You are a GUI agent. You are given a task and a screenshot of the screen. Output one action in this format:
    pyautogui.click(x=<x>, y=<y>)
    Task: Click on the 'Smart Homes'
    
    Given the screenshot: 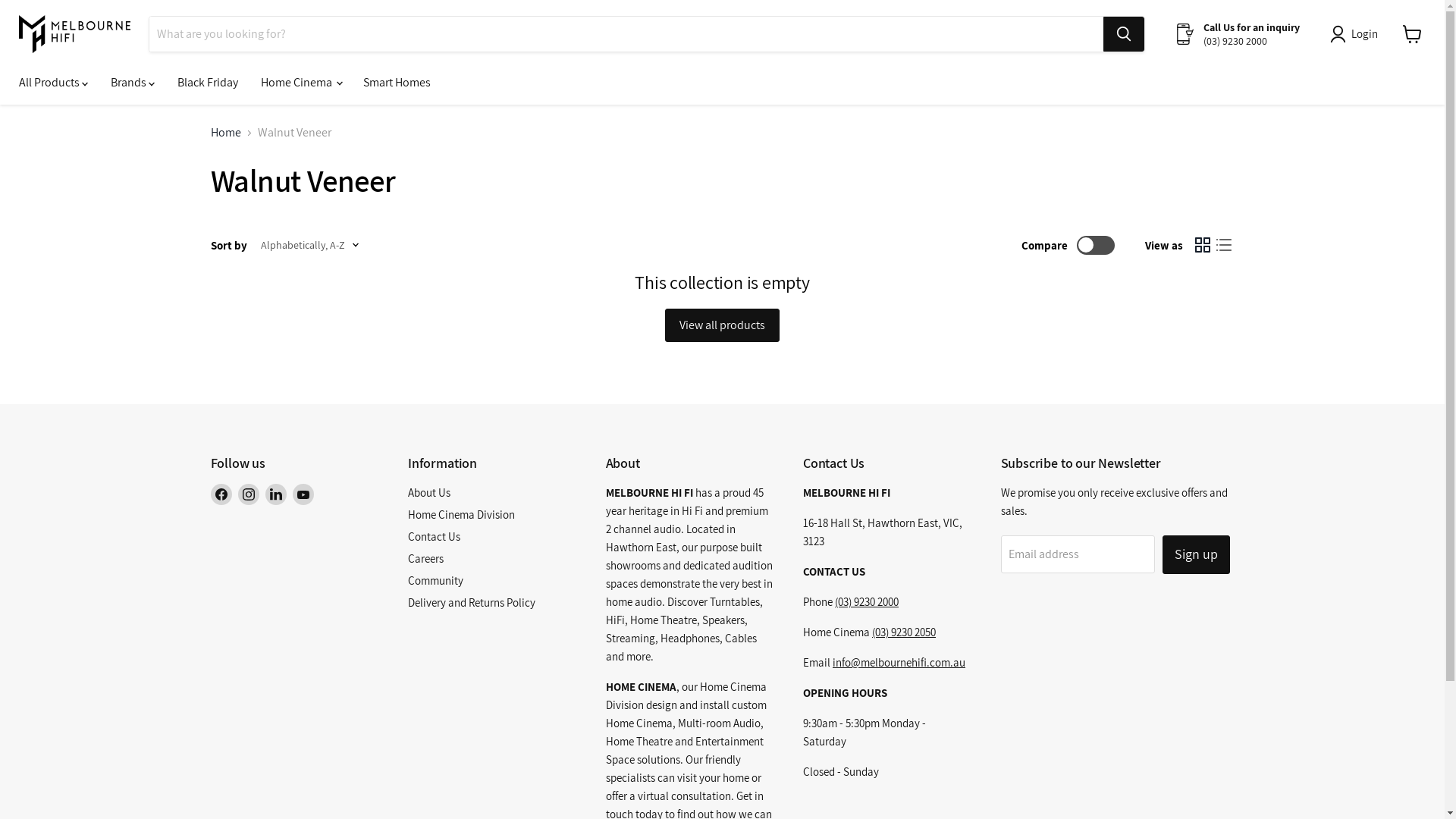 What is the action you would take?
    pyautogui.click(x=397, y=82)
    